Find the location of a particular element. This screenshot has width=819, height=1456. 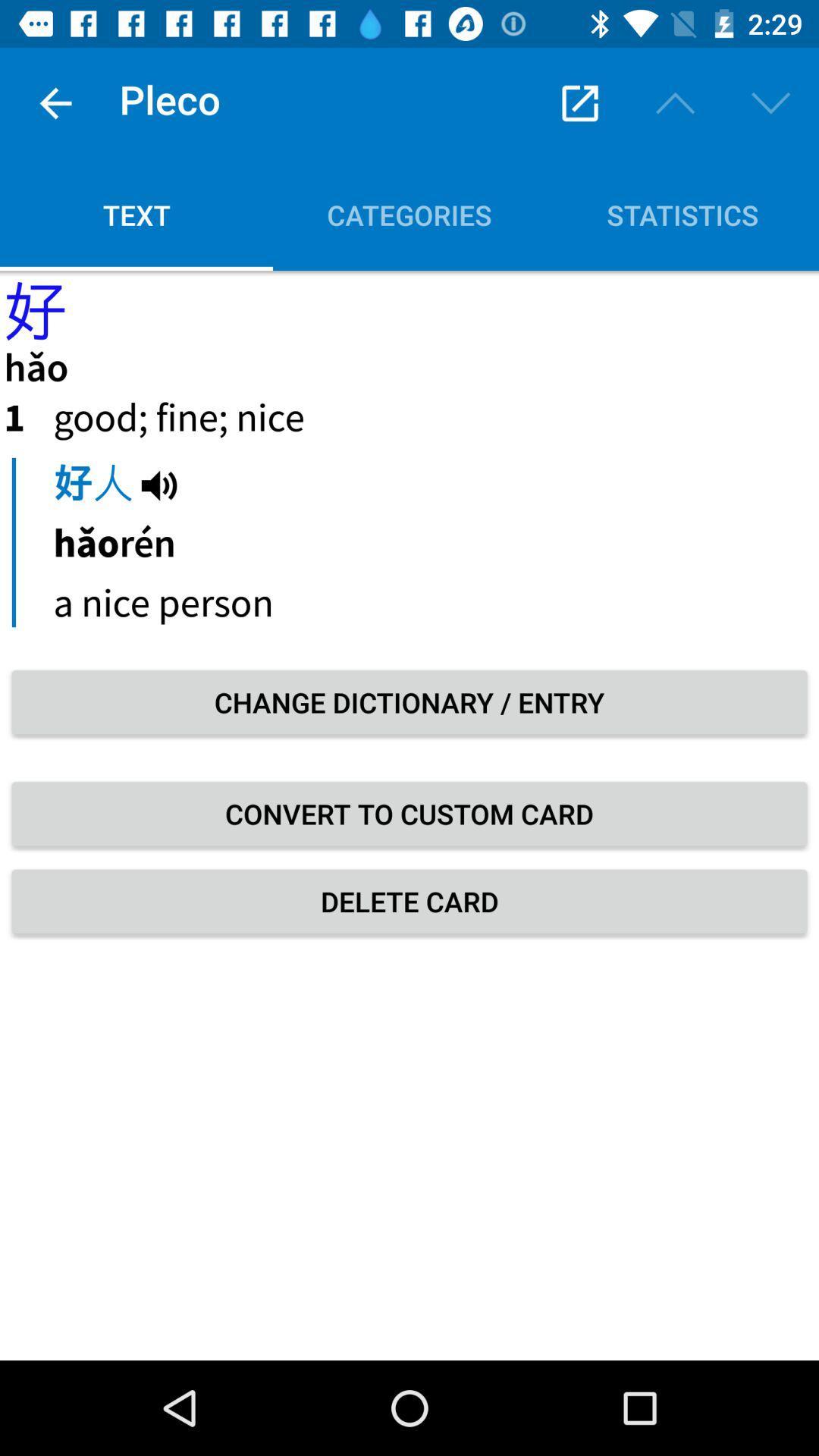

statistics is located at coordinates (681, 214).